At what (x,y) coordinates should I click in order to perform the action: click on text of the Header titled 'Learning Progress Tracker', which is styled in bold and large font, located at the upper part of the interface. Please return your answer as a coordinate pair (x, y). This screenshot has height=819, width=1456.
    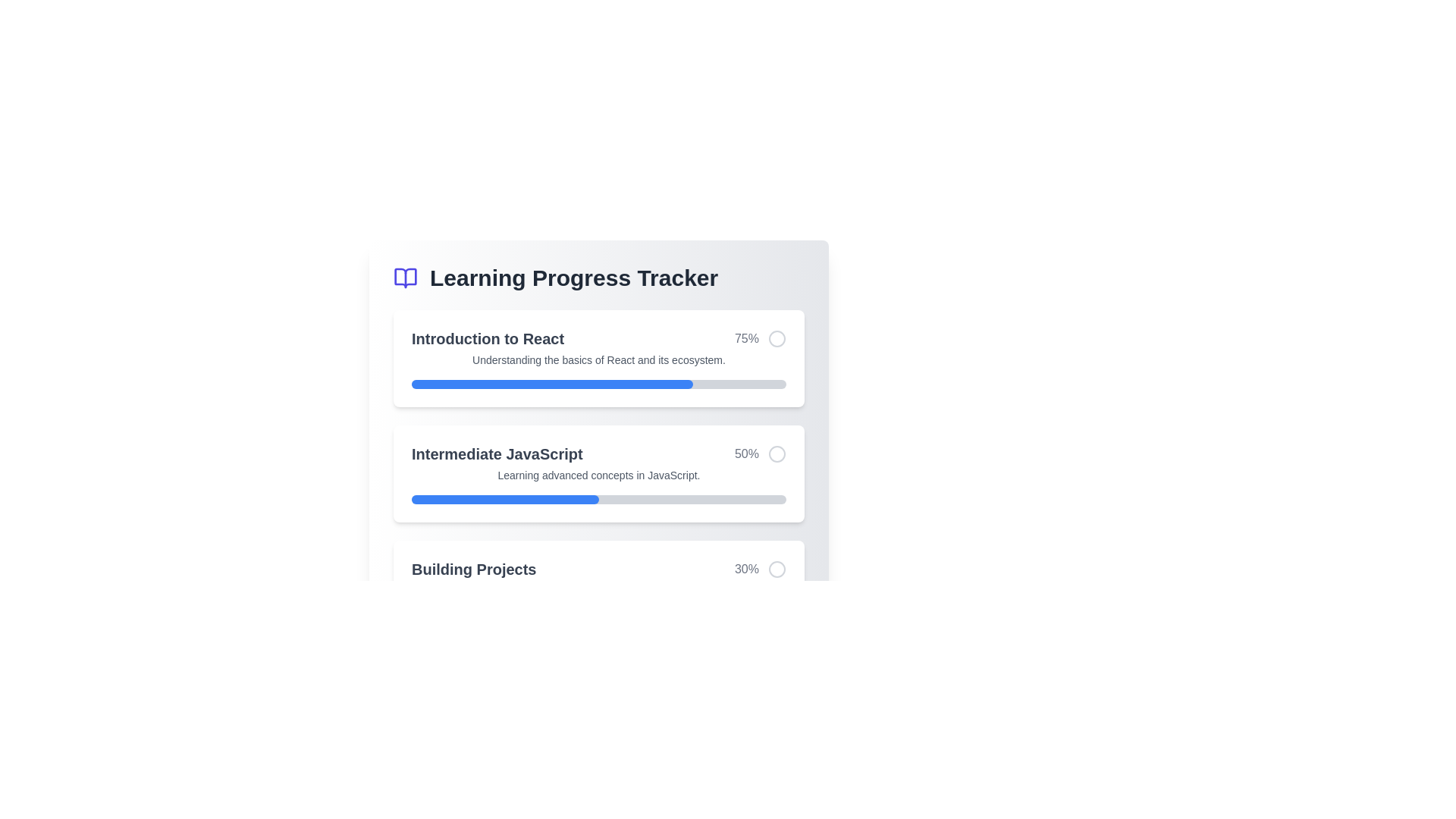
    Looking at the image, I should click on (598, 278).